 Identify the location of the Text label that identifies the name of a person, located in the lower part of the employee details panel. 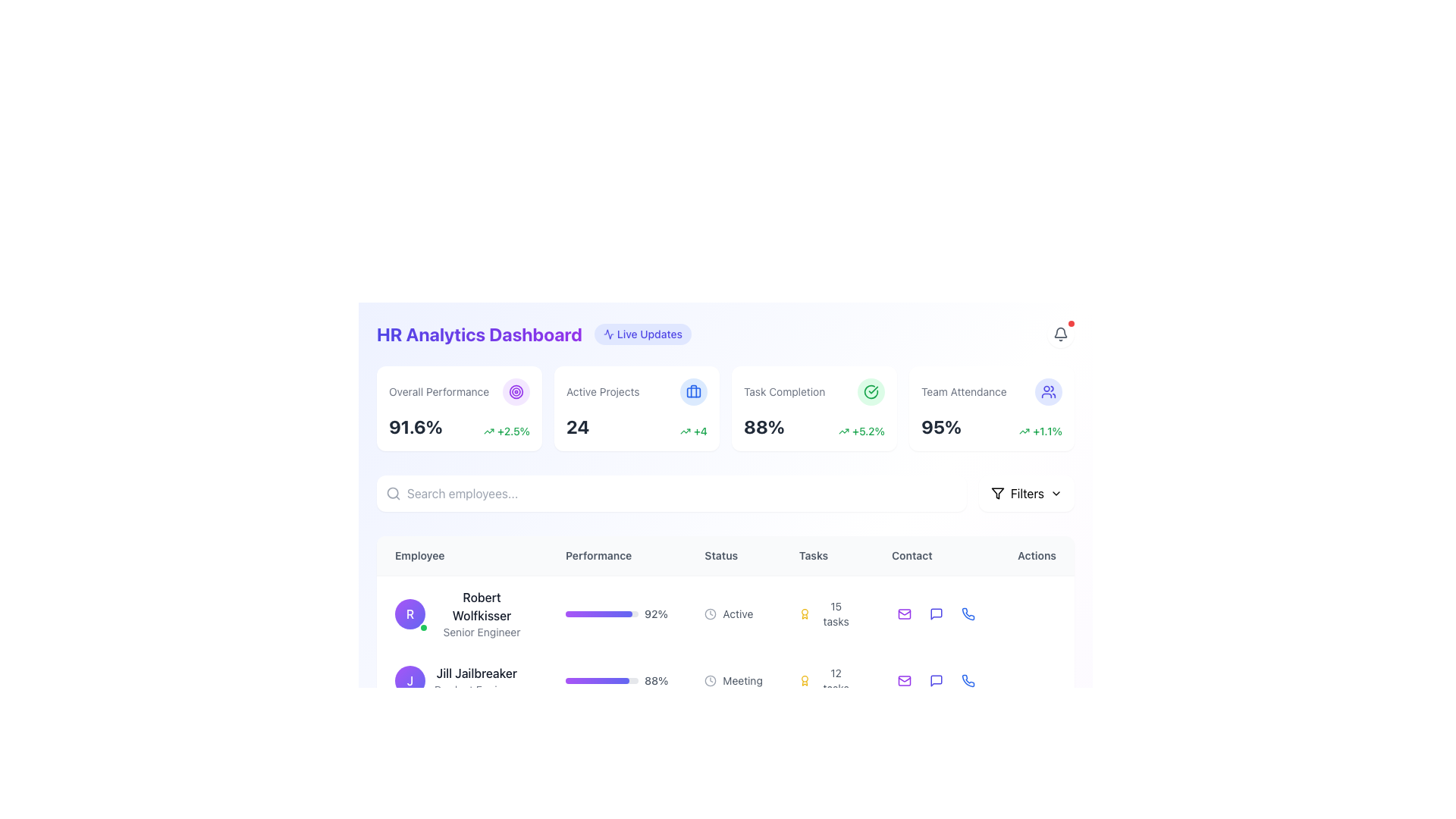
(476, 730).